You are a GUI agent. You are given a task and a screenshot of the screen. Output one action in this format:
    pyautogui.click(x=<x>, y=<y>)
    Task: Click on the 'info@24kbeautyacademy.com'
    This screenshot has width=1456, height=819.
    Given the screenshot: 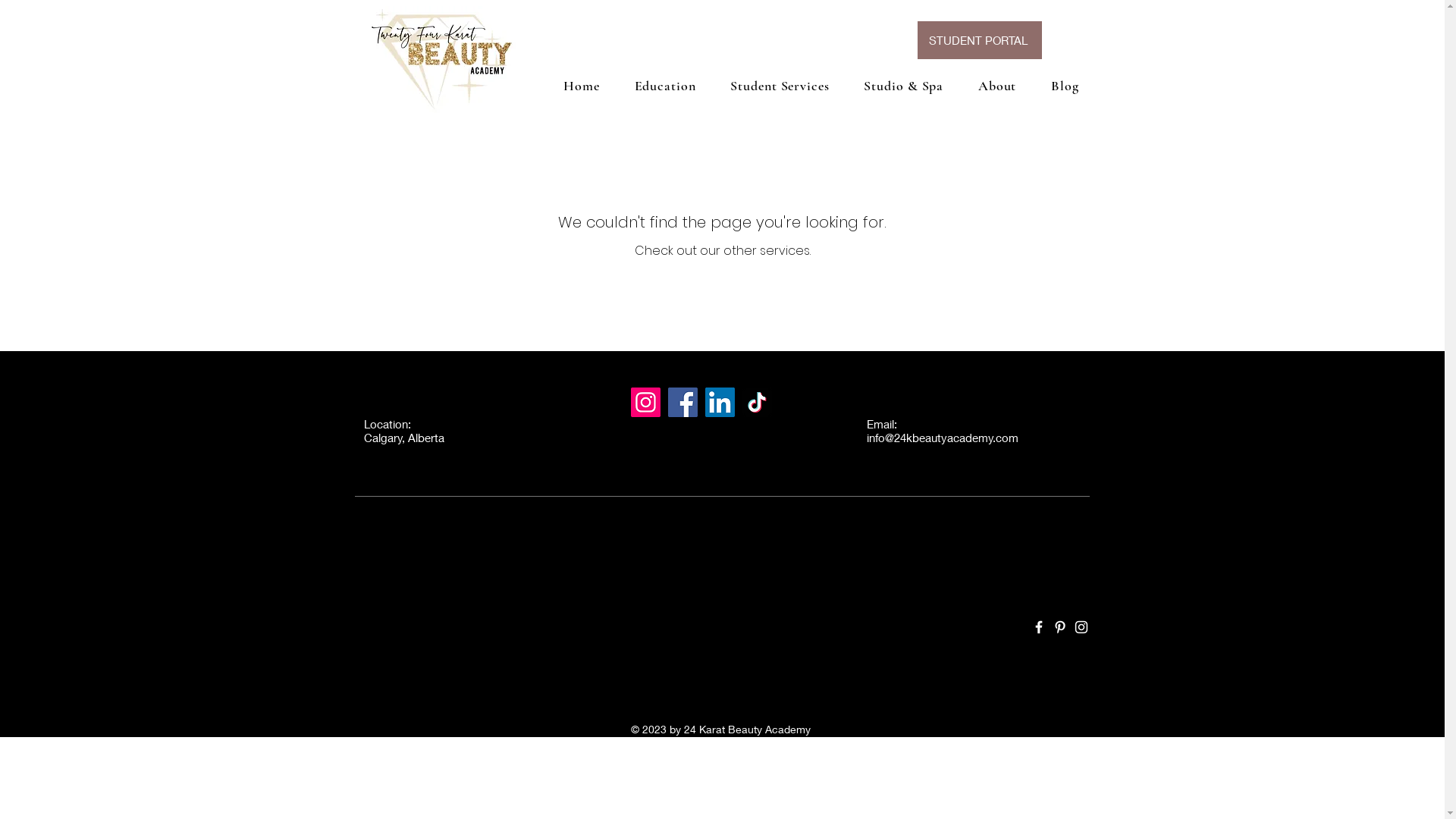 What is the action you would take?
    pyautogui.click(x=941, y=438)
    